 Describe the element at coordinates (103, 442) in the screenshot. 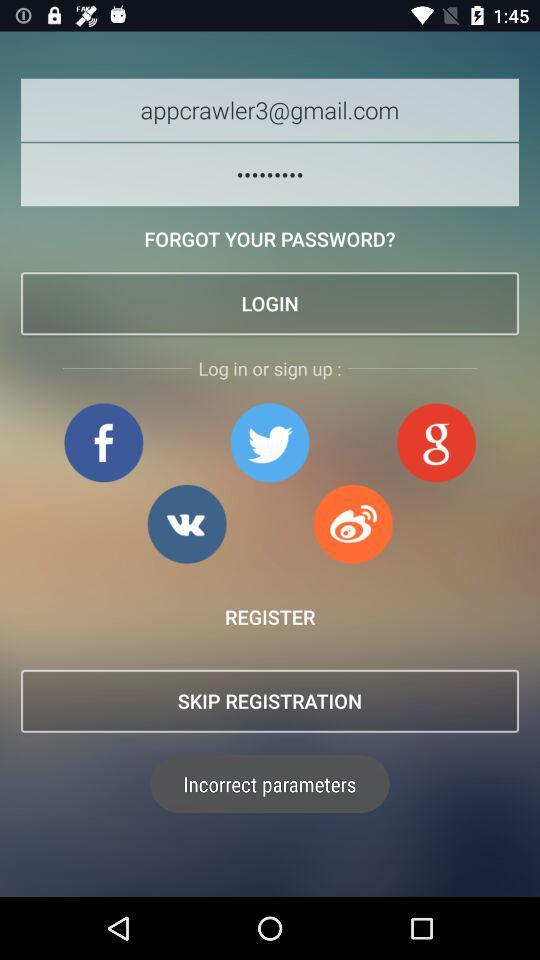

I see `facebook page` at that location.